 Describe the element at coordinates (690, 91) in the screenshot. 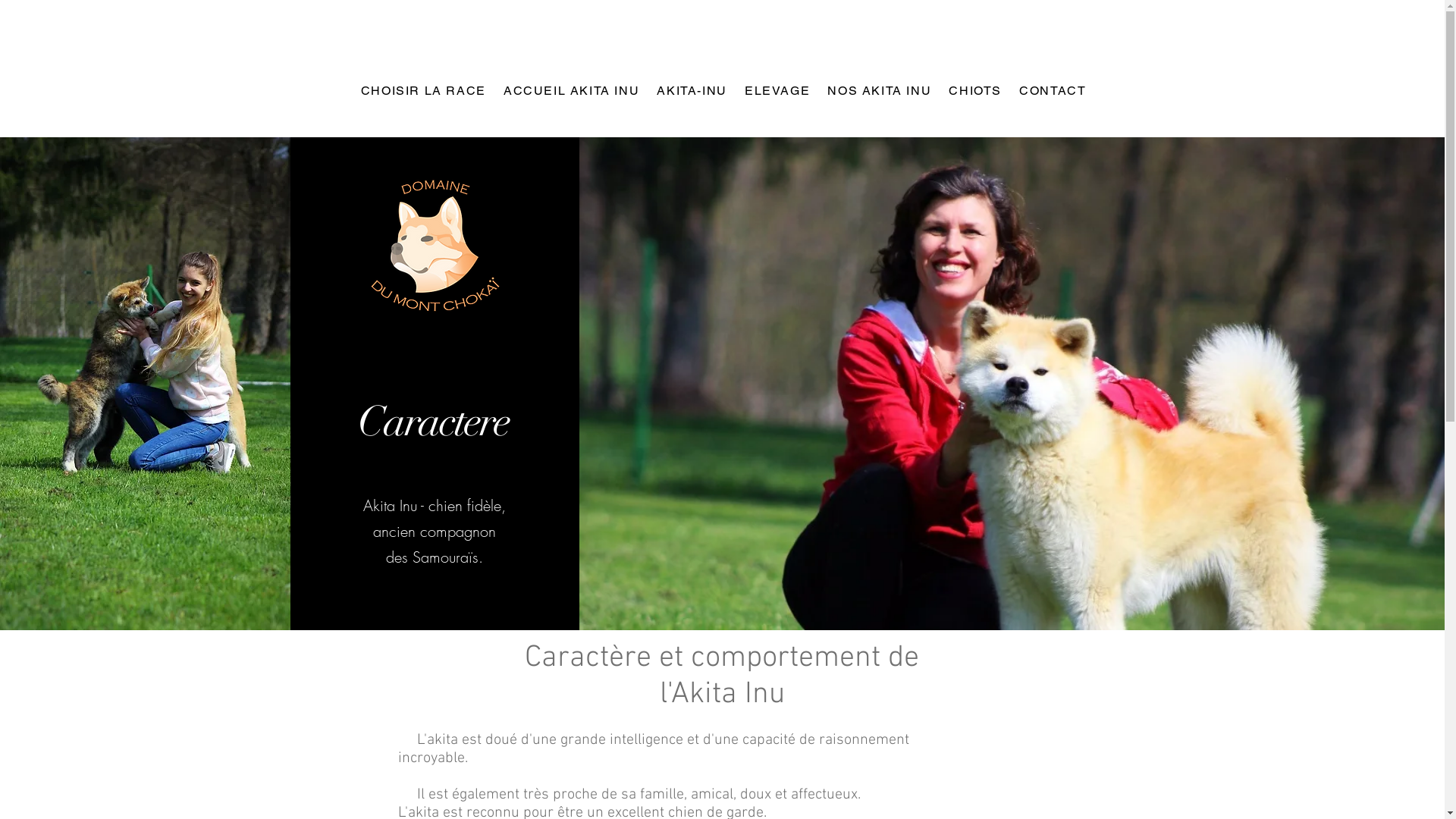

I see `'AKITA-INU'` at that location.